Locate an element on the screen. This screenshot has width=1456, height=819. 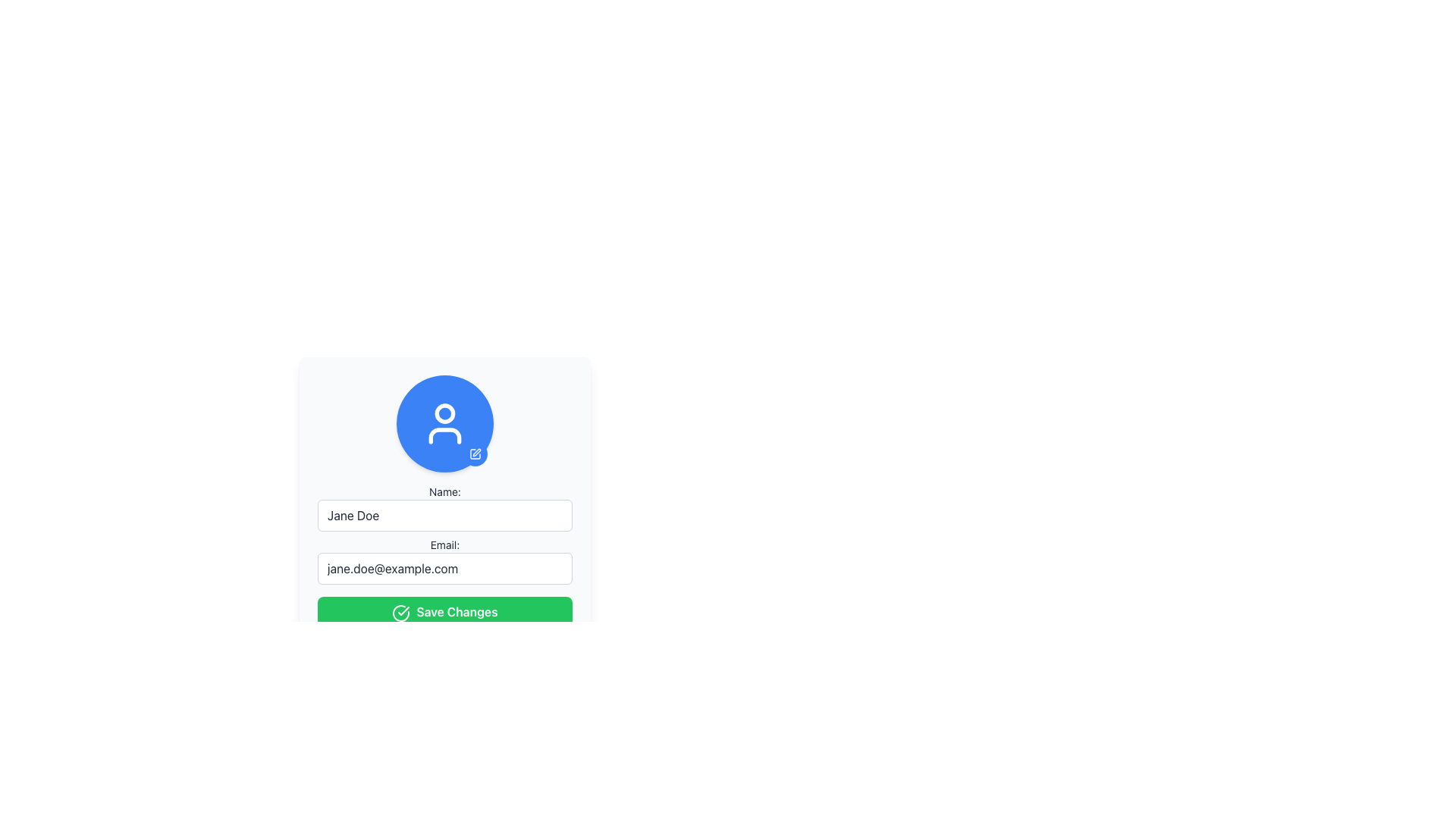
the 'Save Changes' button, which is a large button with a green background and white bold text is located at coordinates (444, 610).